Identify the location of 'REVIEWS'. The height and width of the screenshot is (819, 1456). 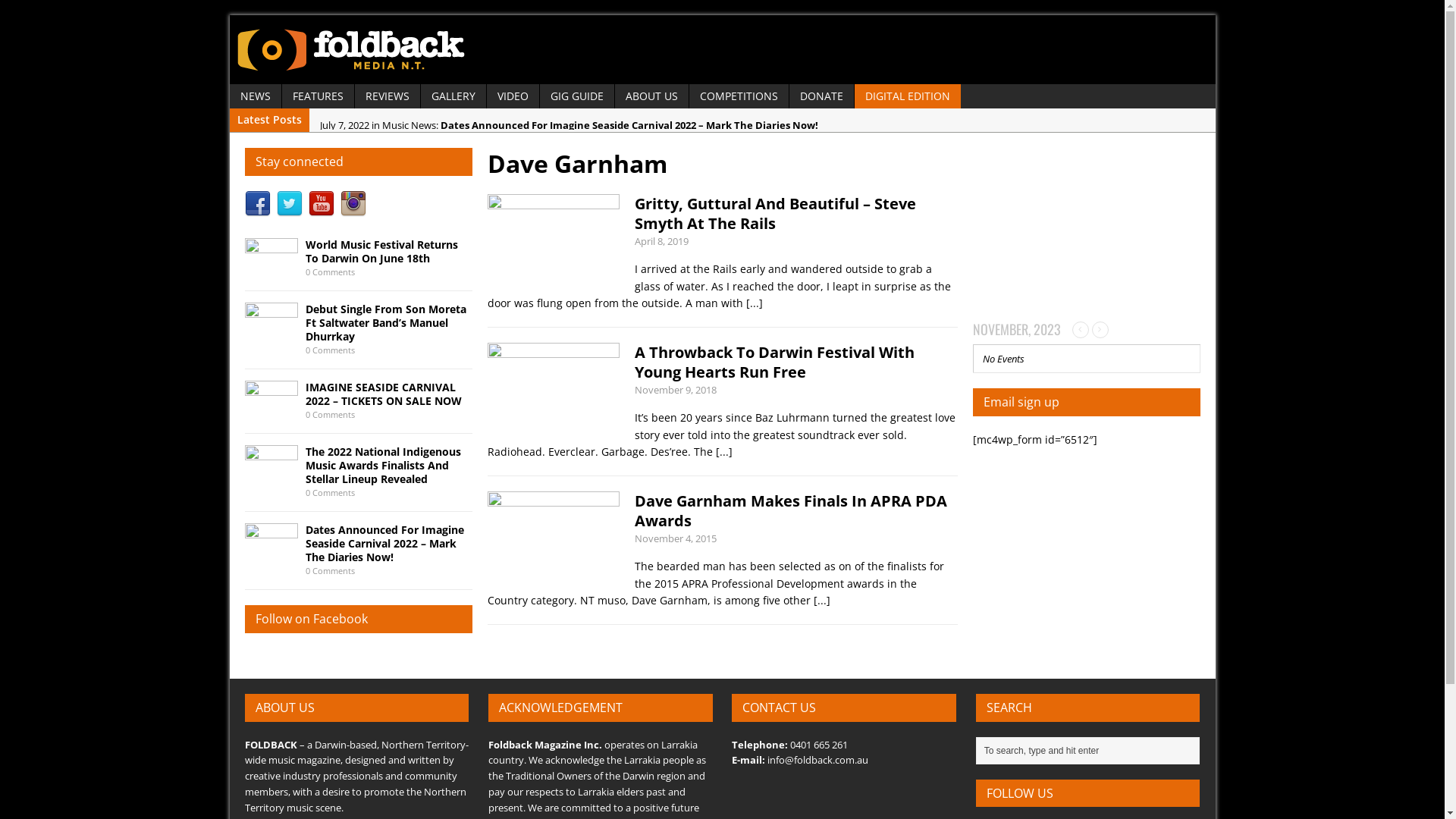
(387, 96).